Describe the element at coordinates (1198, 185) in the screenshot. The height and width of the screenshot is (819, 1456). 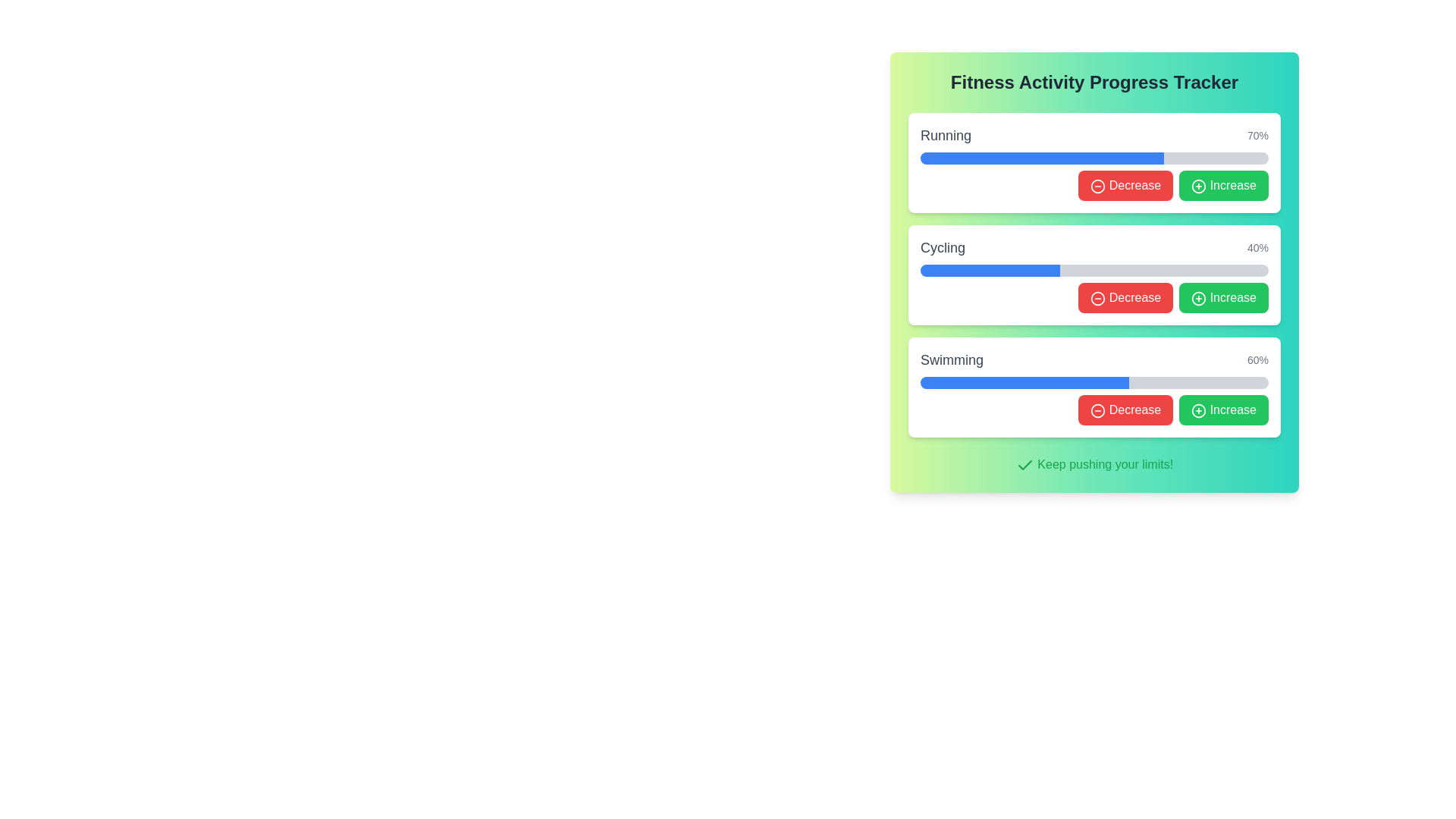
I see `the circular icon that serves as the 'Increase' button for the 'Running' activity progress tracker, located towards the right side of the progress tracker row` at that location.